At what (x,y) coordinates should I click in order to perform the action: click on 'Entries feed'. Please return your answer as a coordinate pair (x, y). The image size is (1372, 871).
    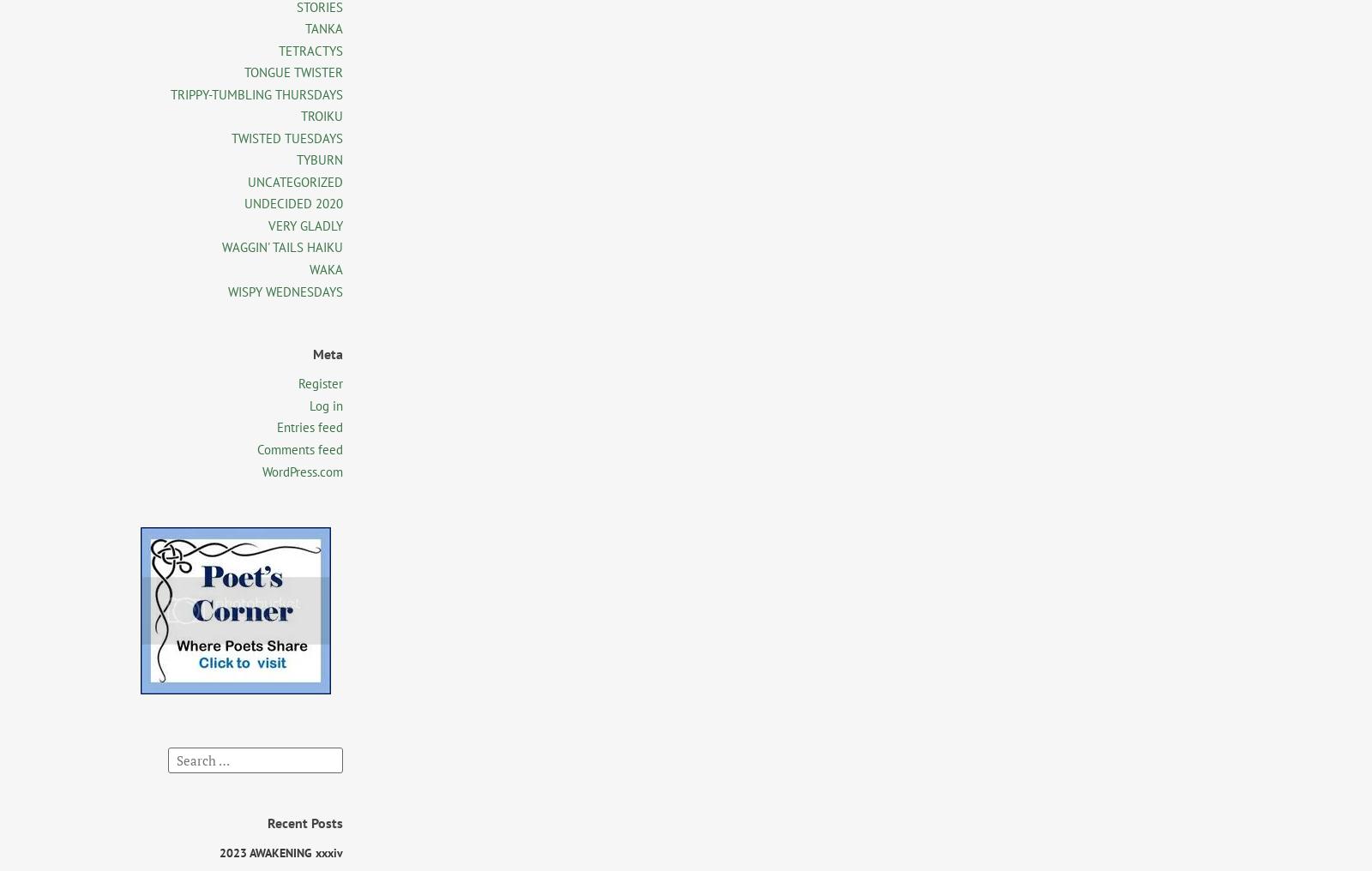
    Looking at the image, I should click on (310, 427).